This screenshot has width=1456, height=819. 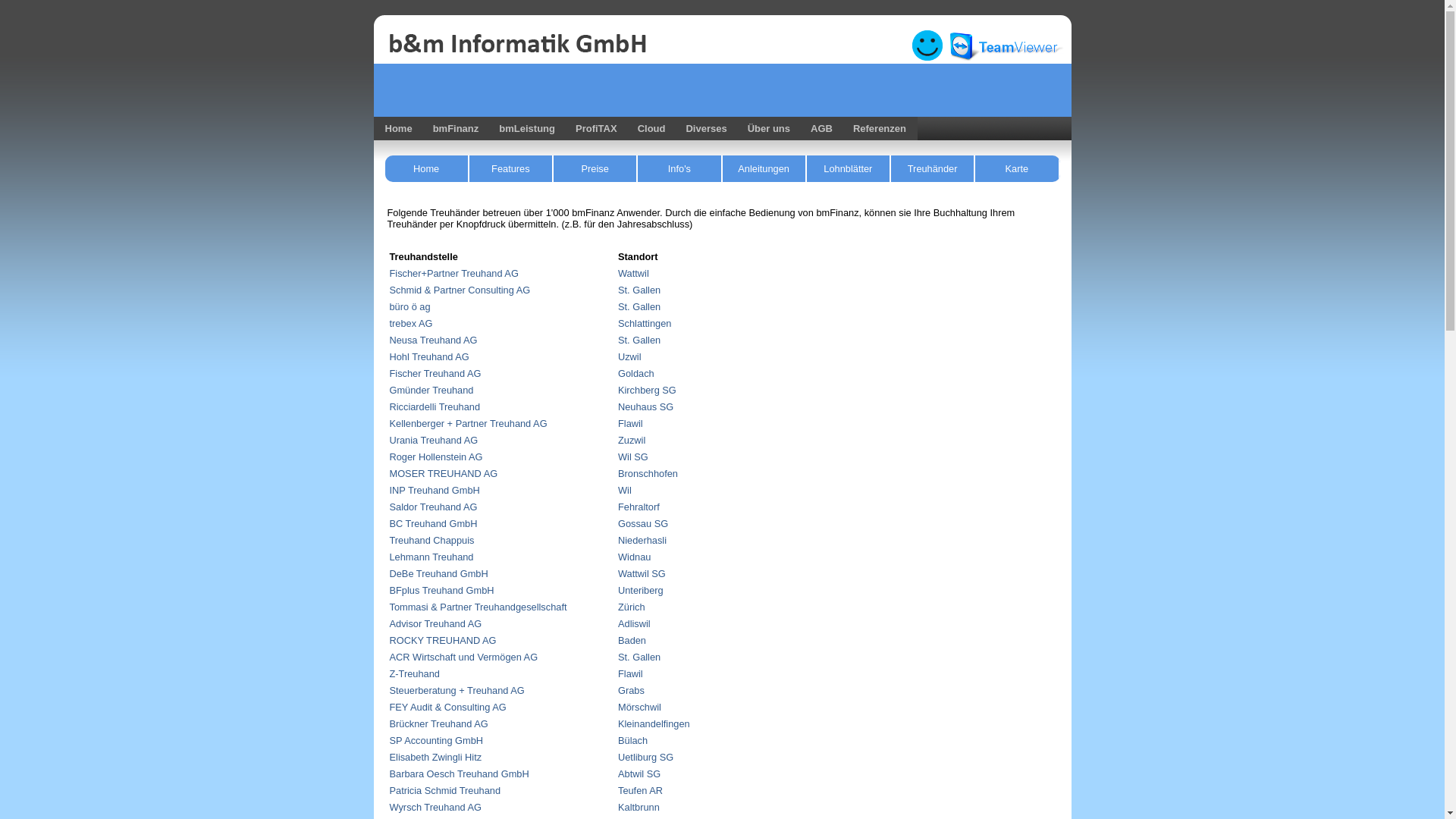 I want to click on 'Saldor Treuhand AG', so click(x=389, y=507).